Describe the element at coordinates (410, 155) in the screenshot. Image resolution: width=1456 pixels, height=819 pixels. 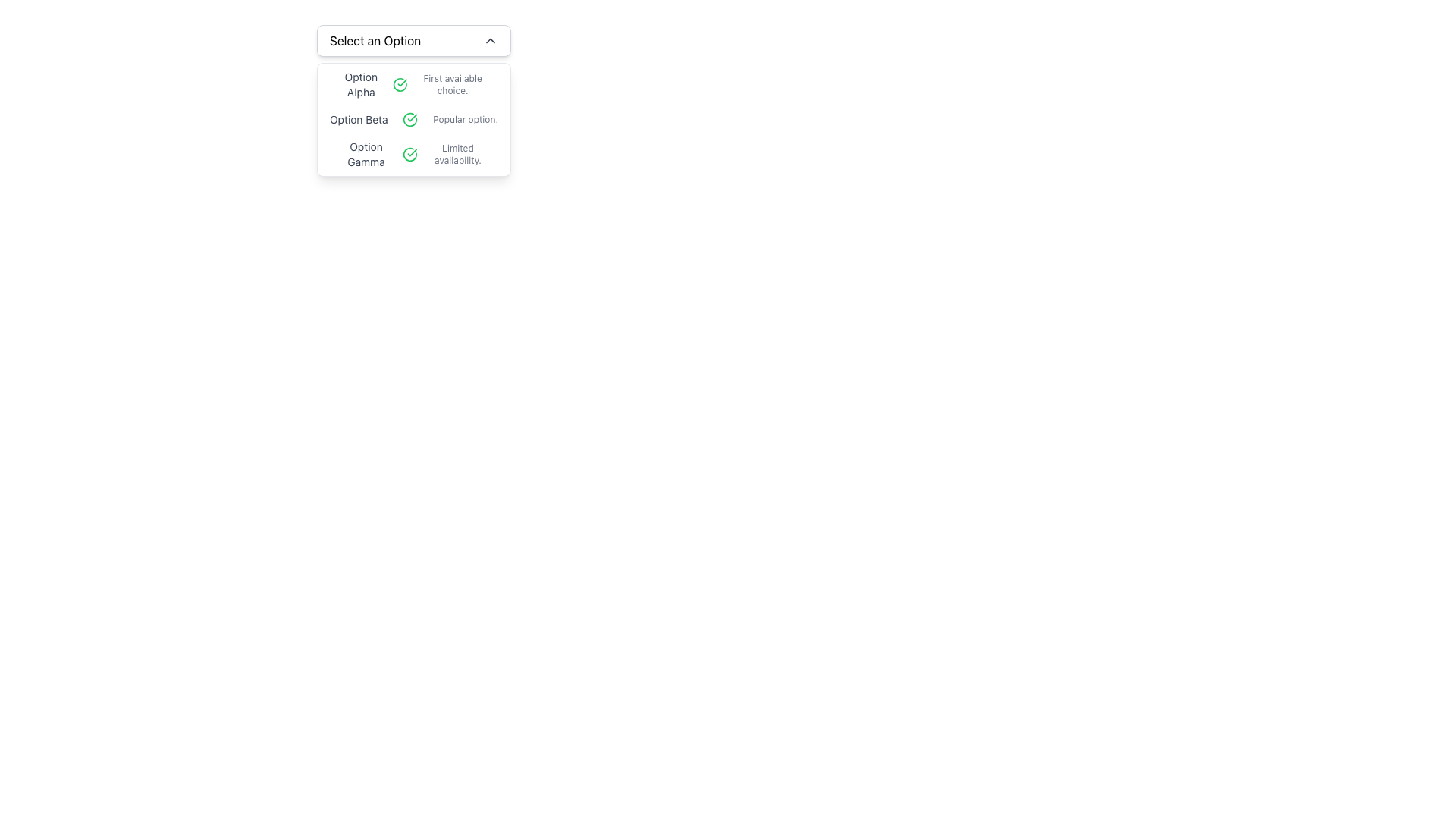
I see `the circular green icon with a checkmark located to the right of 'Option Gamma'` at that location.